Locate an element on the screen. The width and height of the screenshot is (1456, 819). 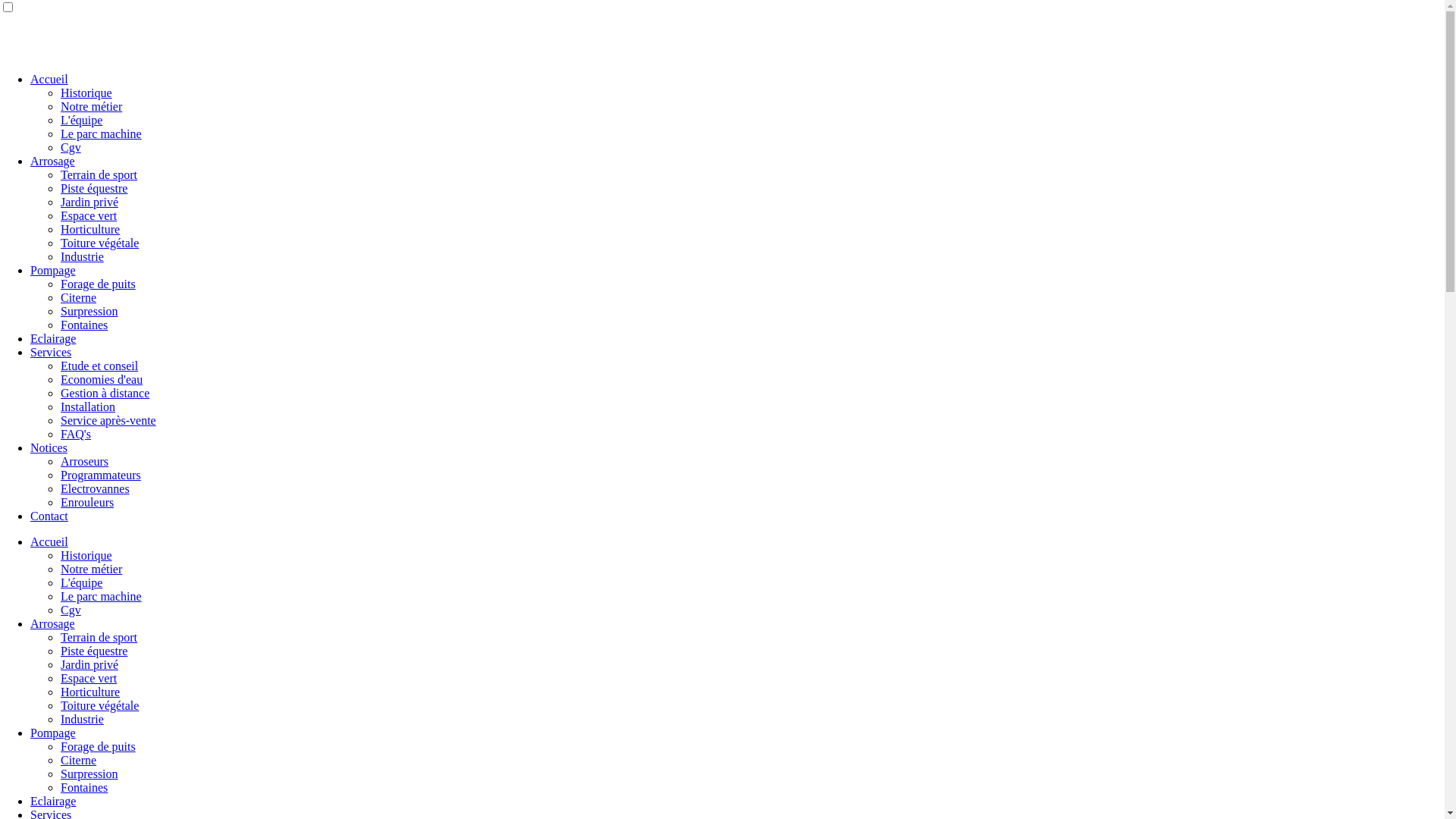
'Arroseurs' is located at coordinates (83, 460).